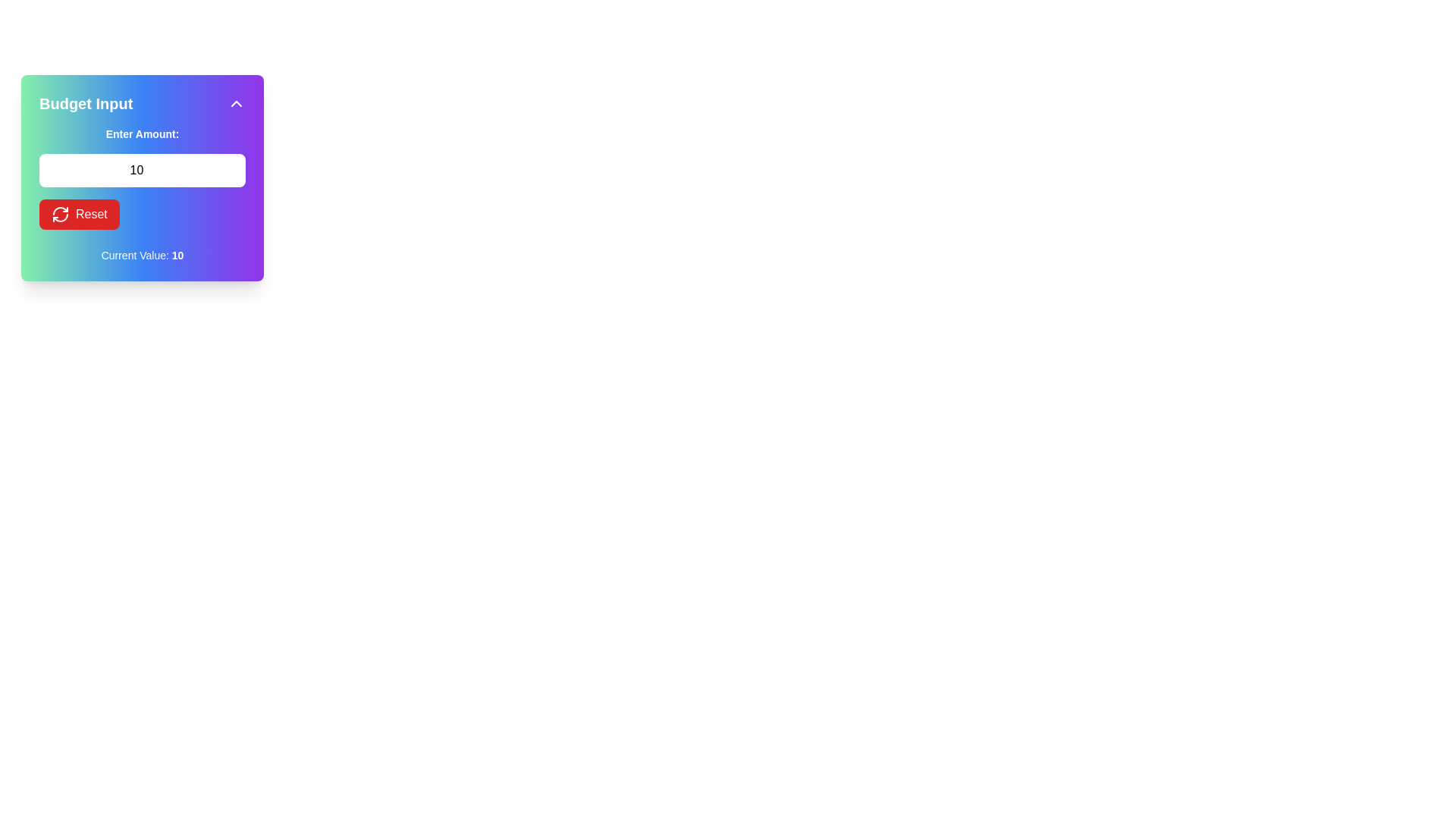 This screenshot has height=819, width=1456. What do you see at coordinates (85, 103) in the screenshot?
I see `'Budget Input' text label, which is bold, large-sized, and styled in white against a gradient background` at bounding box center [85, 103].